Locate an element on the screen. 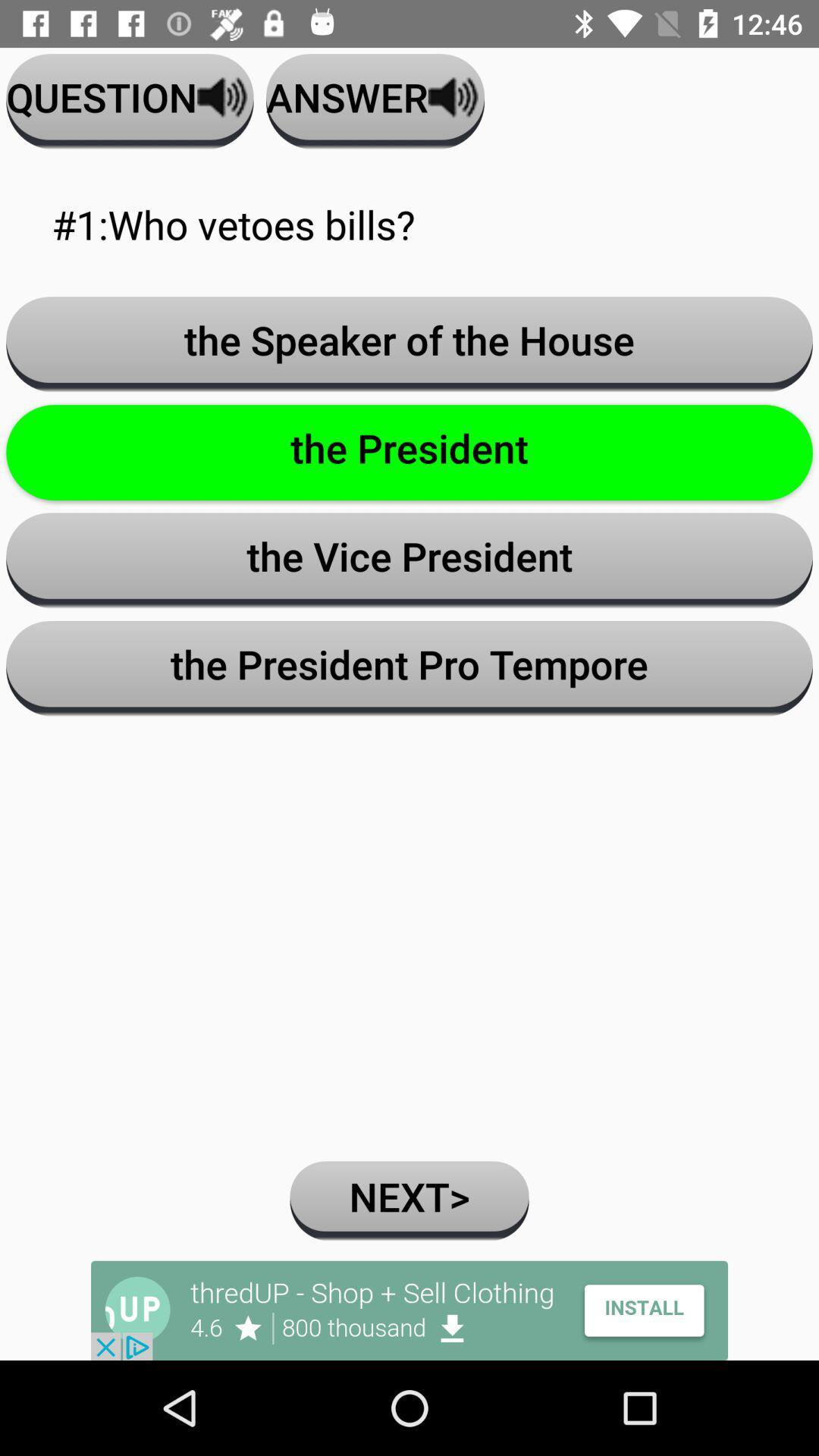  app install is located at coordinates (409, 1310).